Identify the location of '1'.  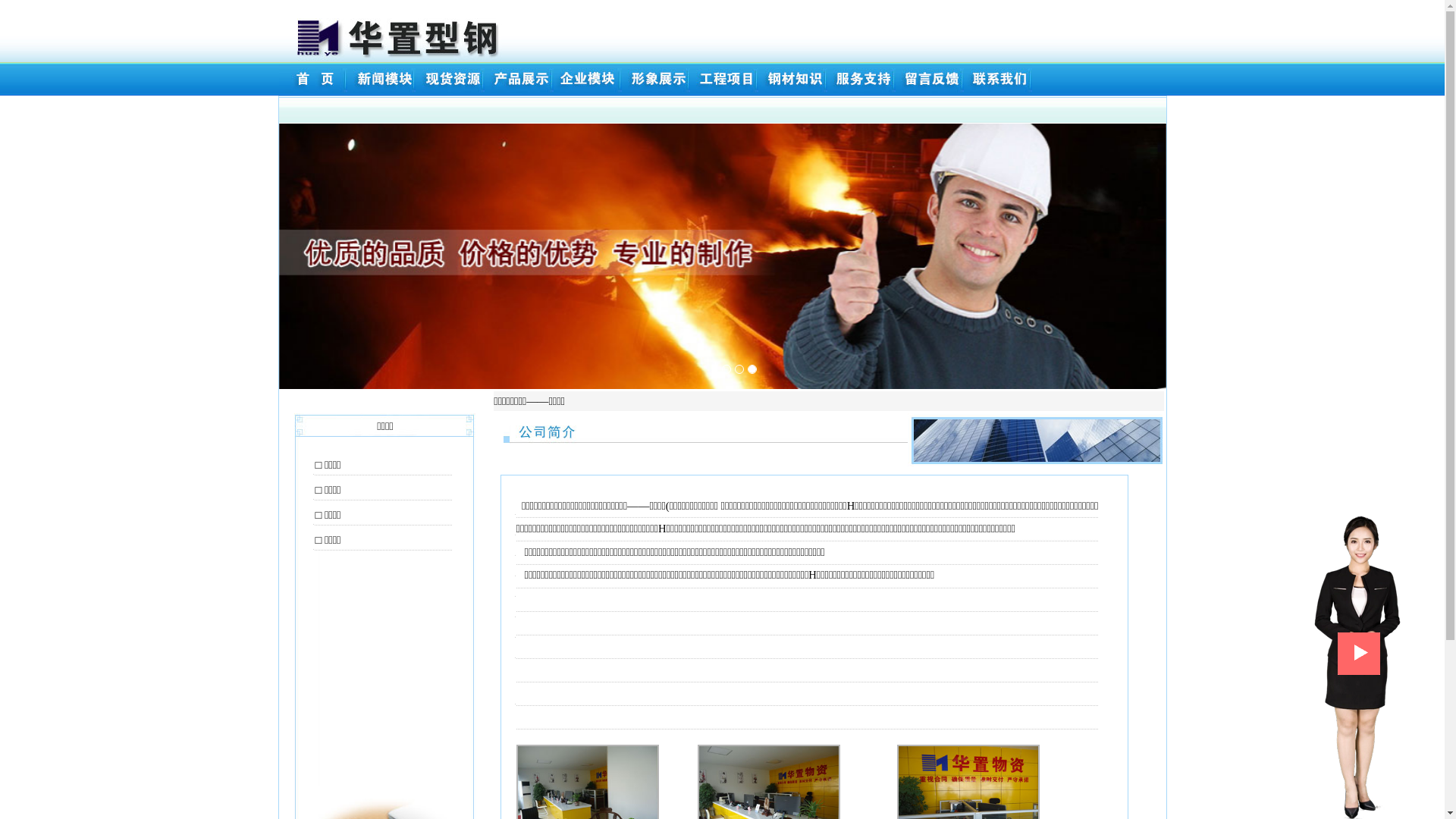
(726, 369).